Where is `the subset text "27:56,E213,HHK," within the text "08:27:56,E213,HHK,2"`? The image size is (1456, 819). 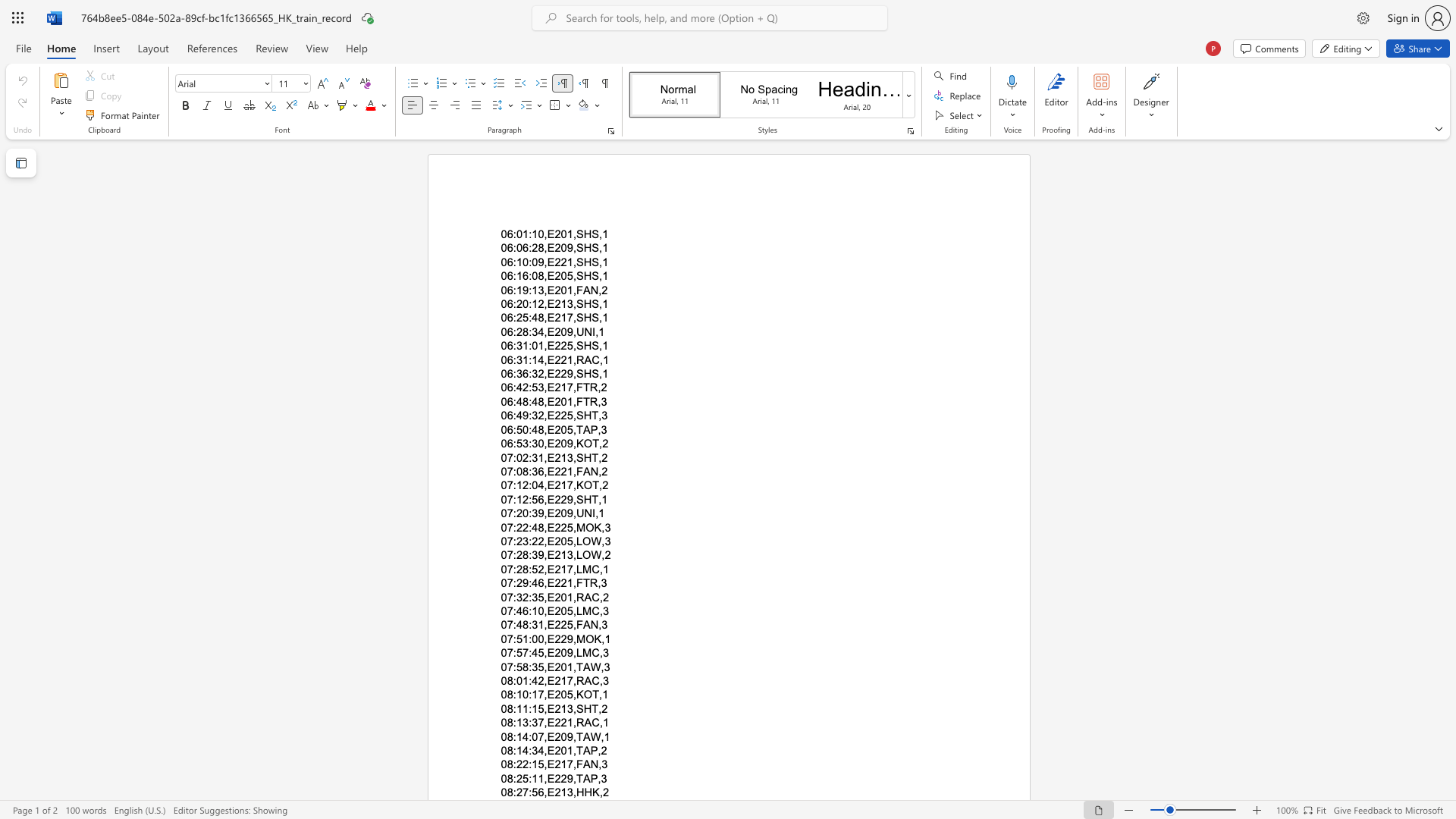 the subset text "27:56,E213,HHK," within the text "08:27:56,E213,HHK,2" is located at coordinates (516, 792).